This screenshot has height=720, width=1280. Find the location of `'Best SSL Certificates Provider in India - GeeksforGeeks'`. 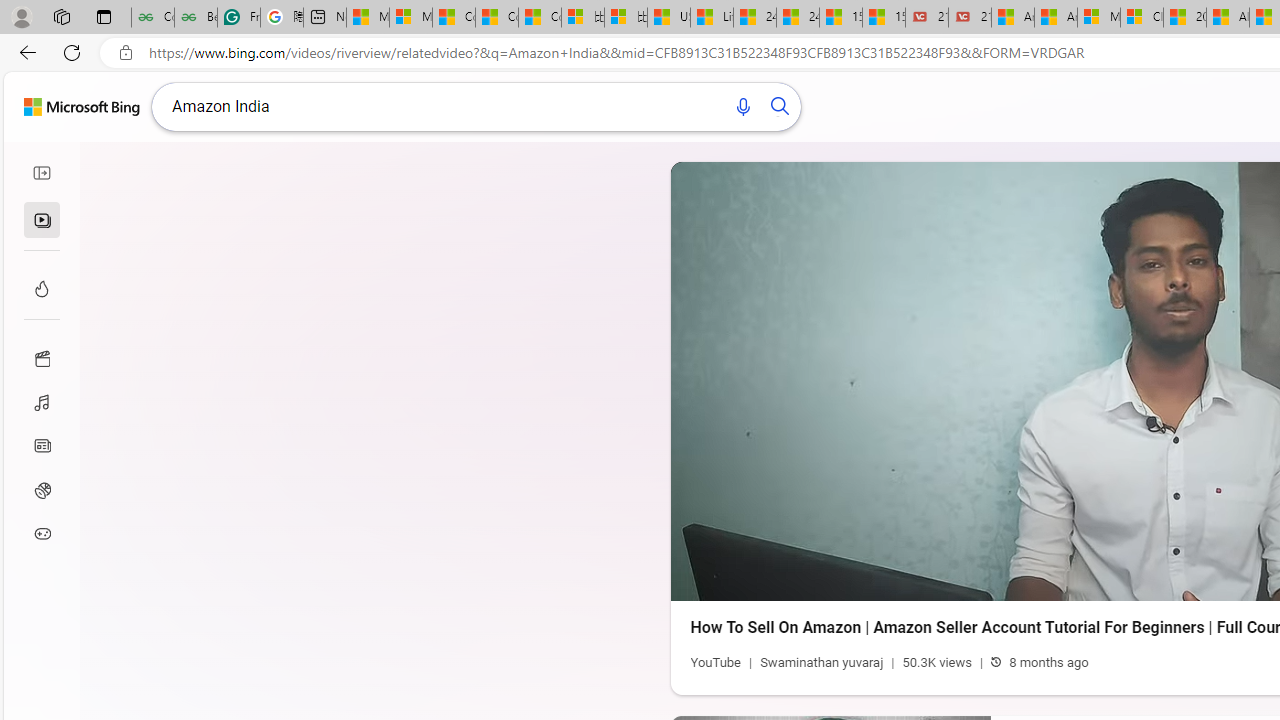

'Best SSL Certificates Provider in India - GeeksforGeeks' is located at coordinates (196, 17).